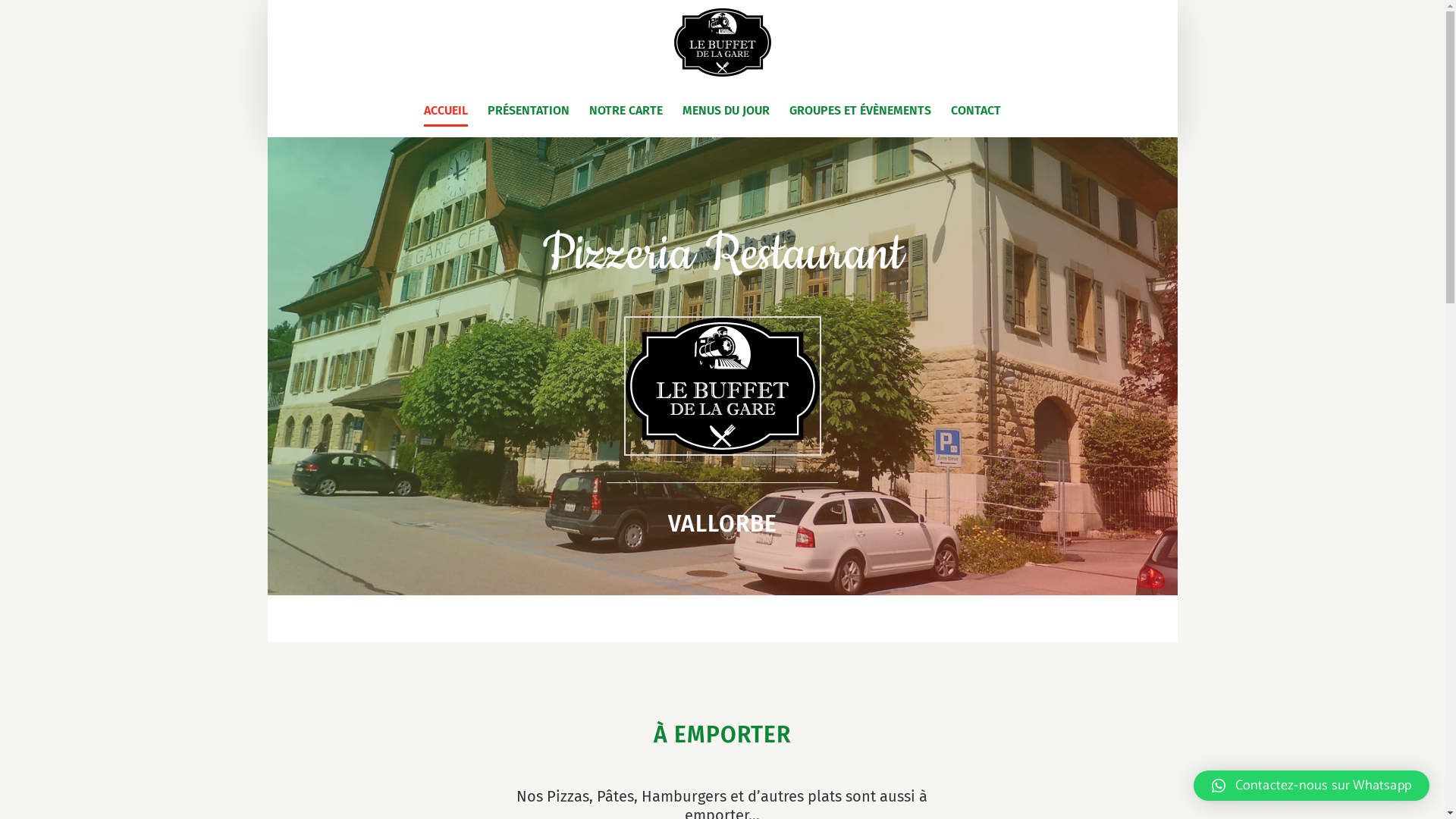  I want to click on 'CONTACT', so click(975, 110).